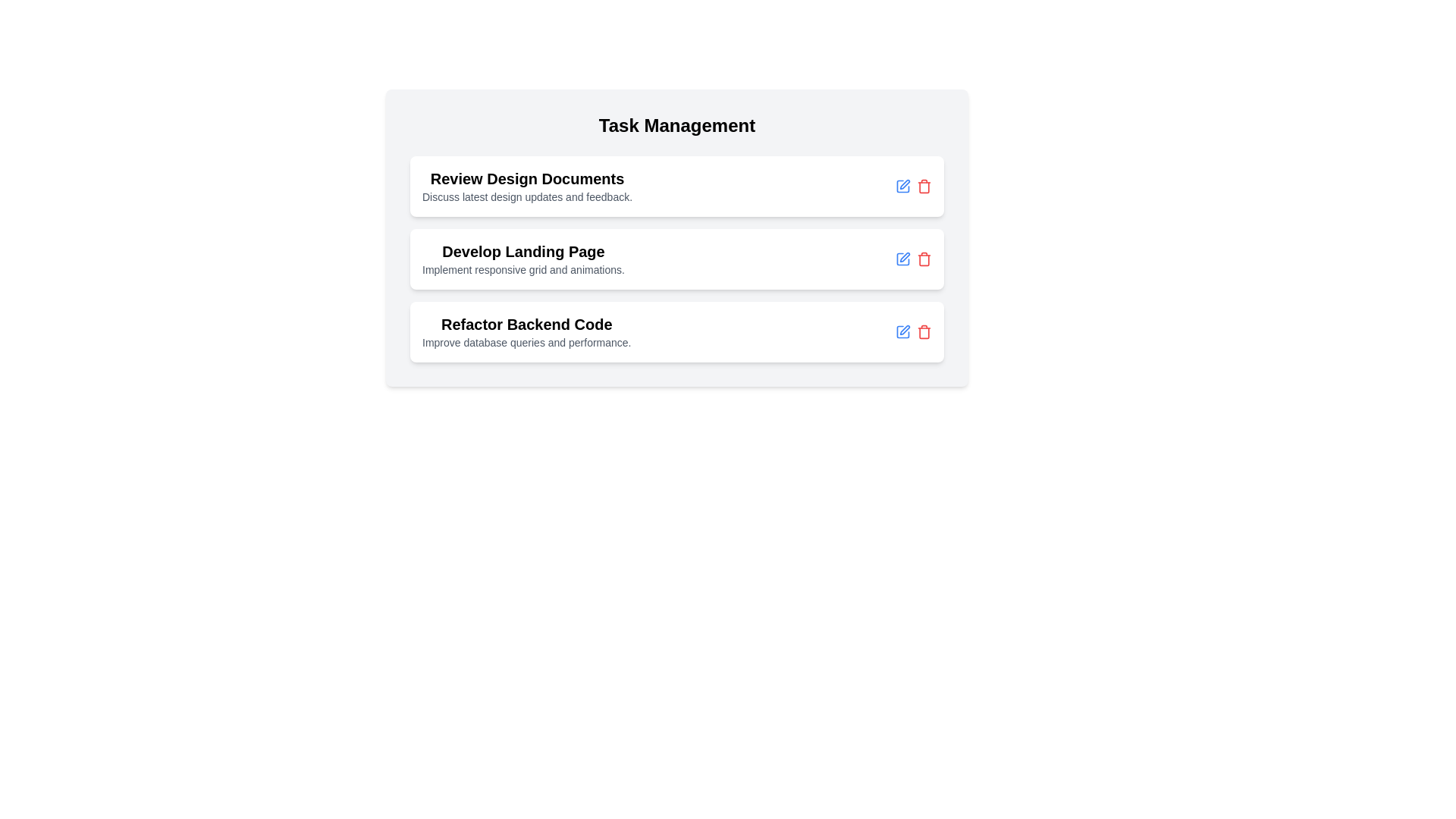 Image resolution: width=1456 pixels, height=819 pixels. What do you see at coordinates (924, 331) in the screenshot?
I see `the delete button associated with the third task item in the task management list` at bounding box center [924, 331].